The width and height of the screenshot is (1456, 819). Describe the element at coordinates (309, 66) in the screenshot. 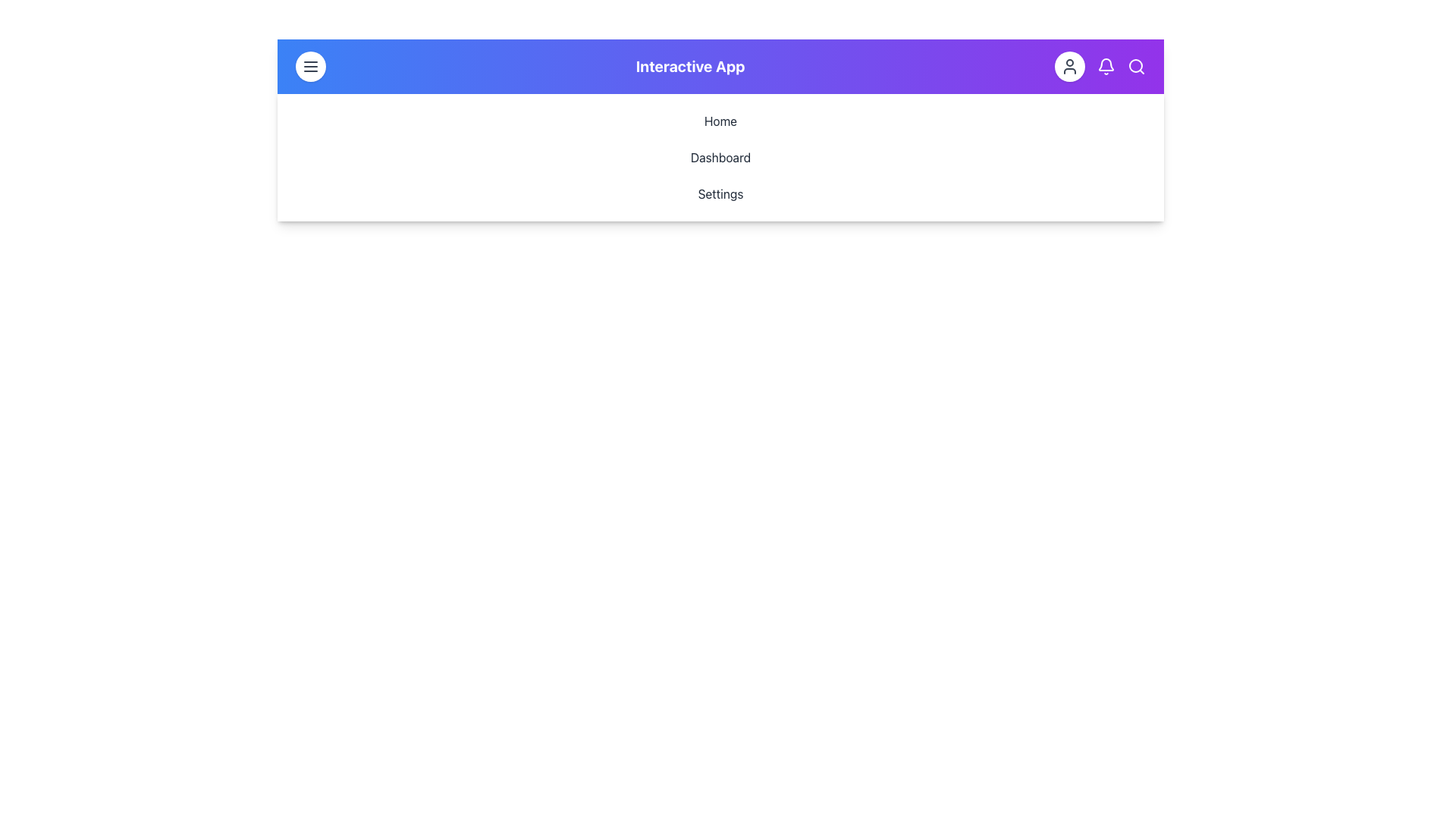

I see `the circular white menu button located at the upper-left corner of the application interface` at that location.